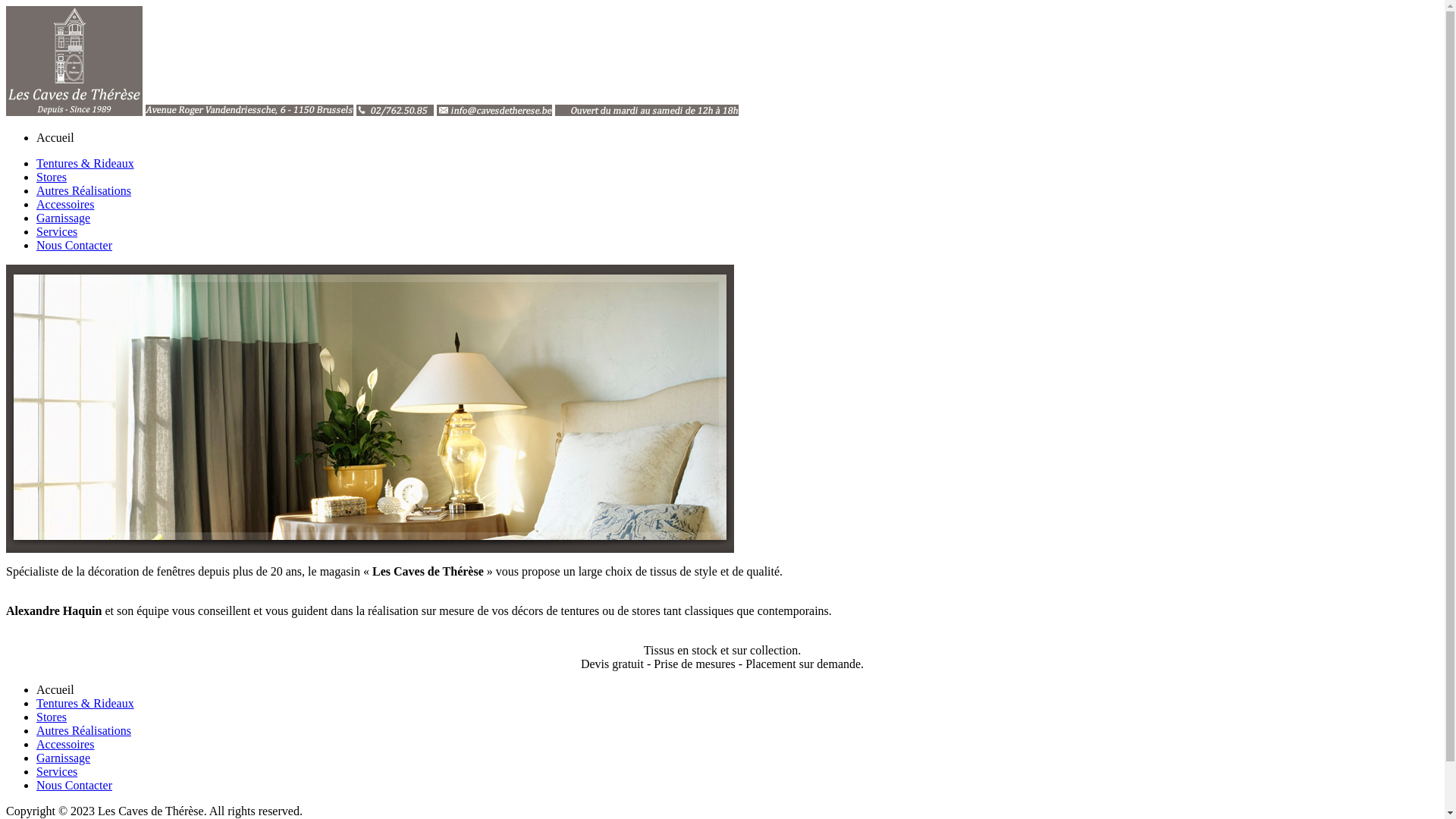  Describe the element at coordinates (36, 231) in the screenshot. I see `'Services'` at that location.